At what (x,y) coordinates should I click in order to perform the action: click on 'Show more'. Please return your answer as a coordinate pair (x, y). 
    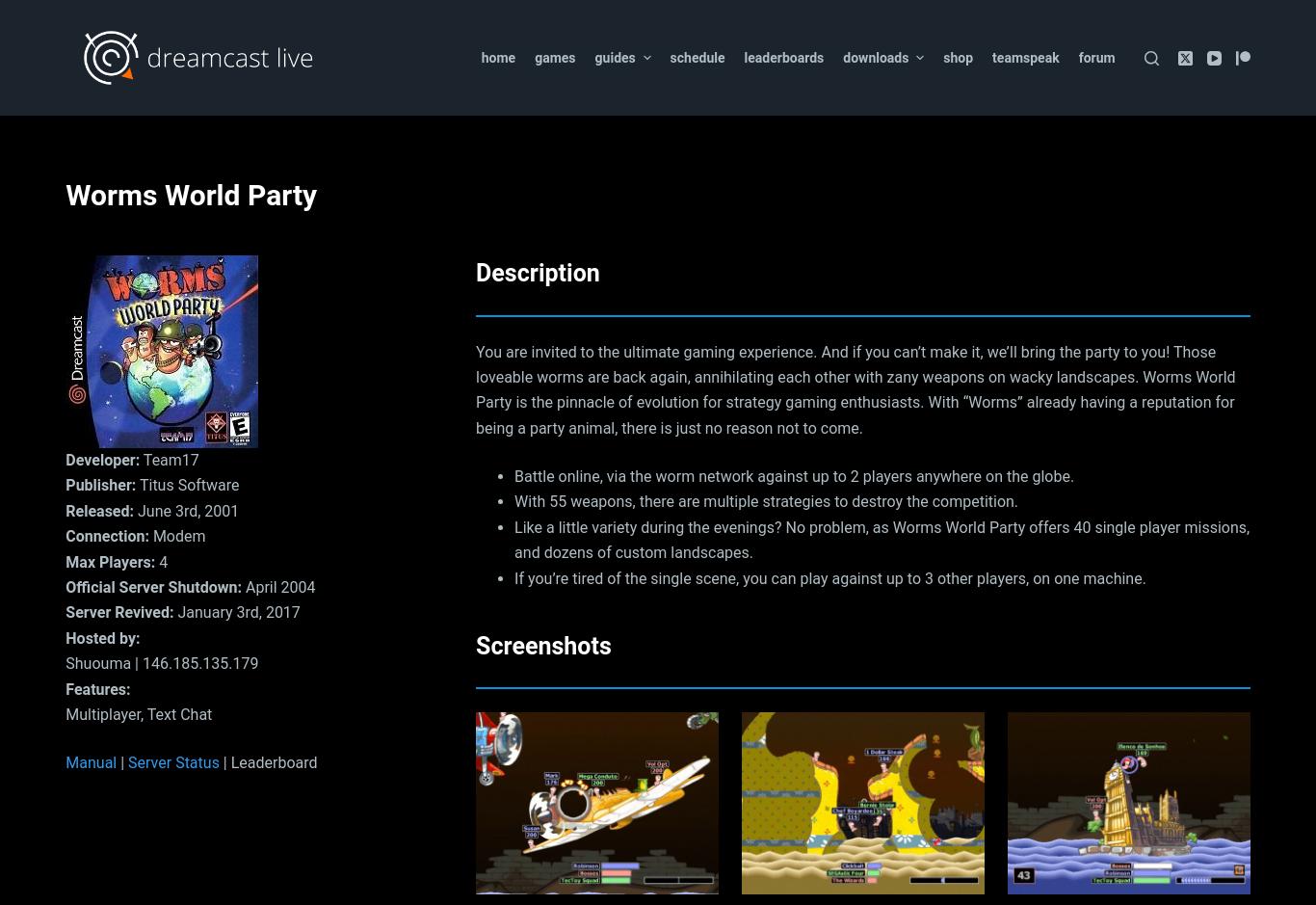
    Looking at the image, I should click on (858, 860).